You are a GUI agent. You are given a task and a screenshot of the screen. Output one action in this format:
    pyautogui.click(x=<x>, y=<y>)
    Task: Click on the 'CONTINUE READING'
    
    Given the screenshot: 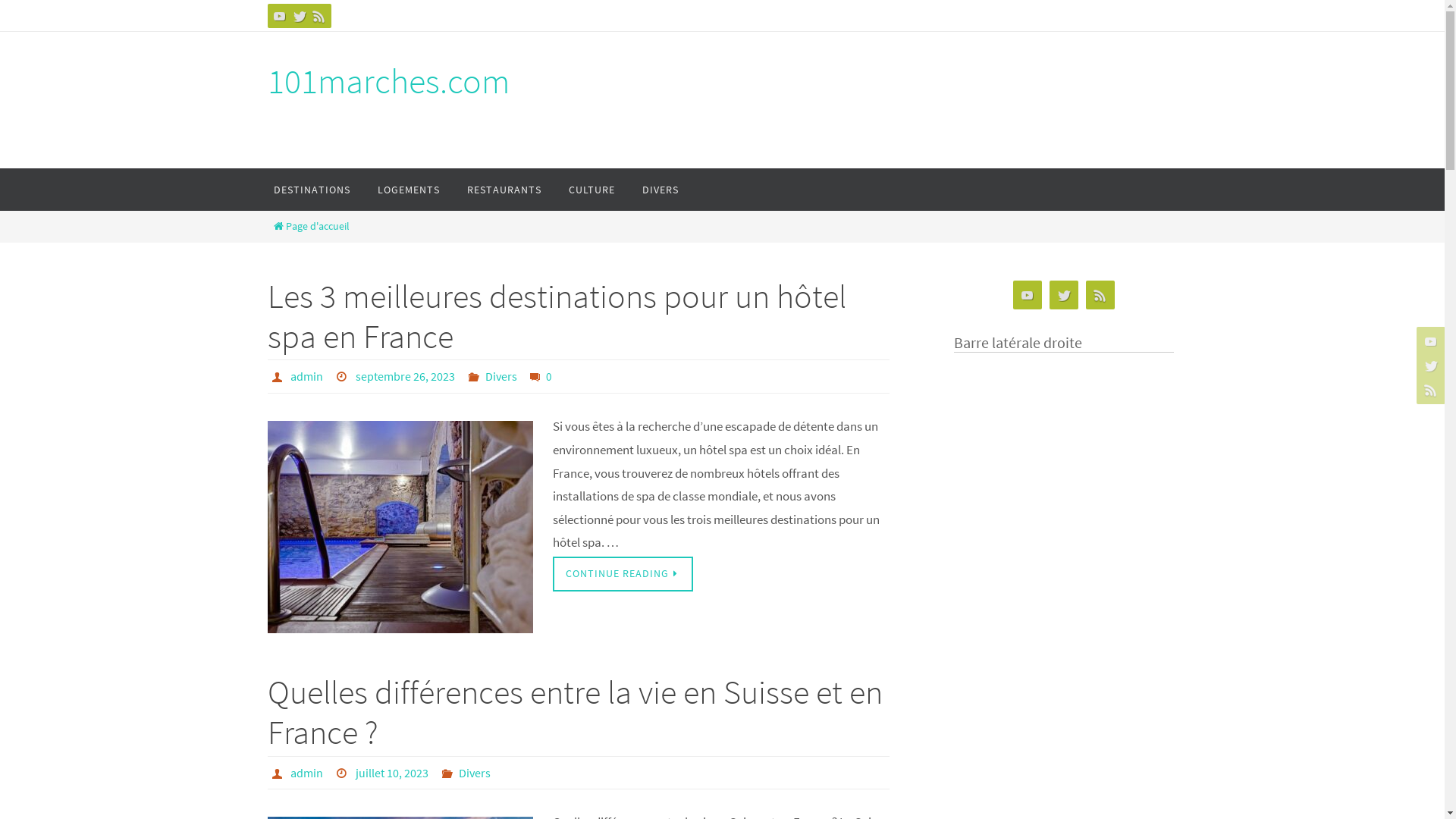 What is the action you would take?
    pyautogui.click(x=622, y=573)
    